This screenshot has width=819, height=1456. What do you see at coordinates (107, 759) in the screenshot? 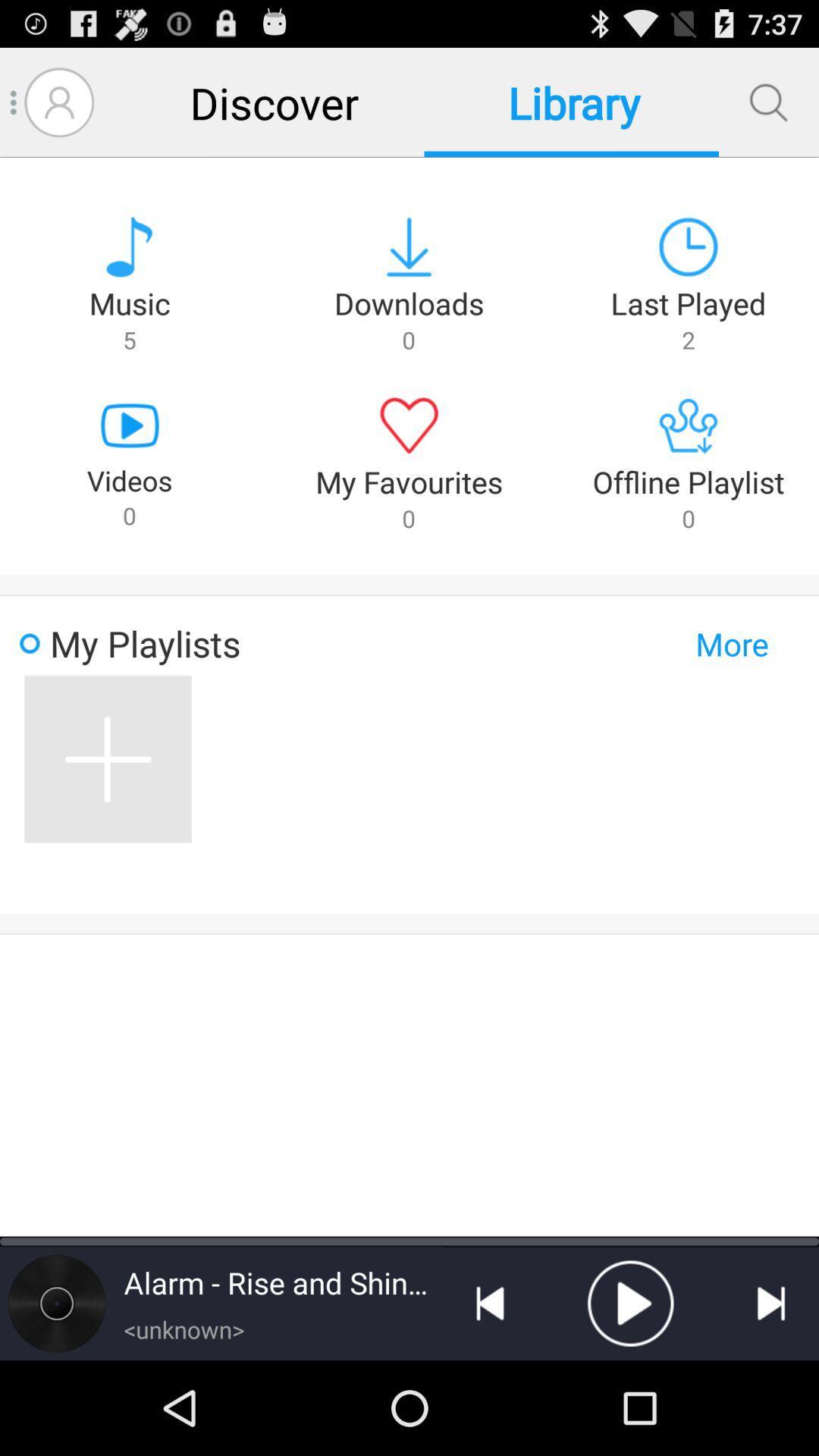
I see `item next to the more button` at bounding box center [107, 759].